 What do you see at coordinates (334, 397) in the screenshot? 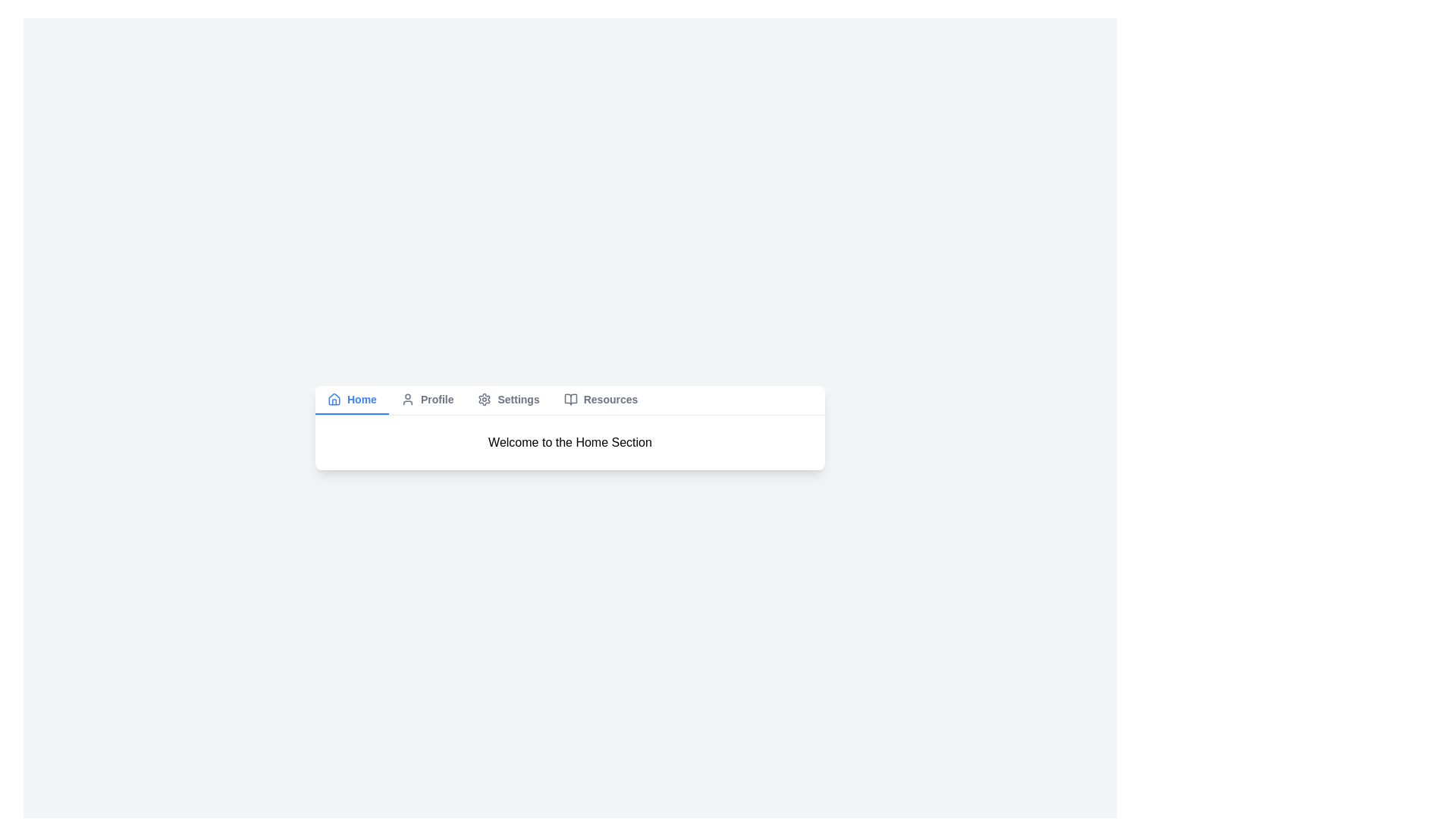
I see `the house-shaped icon located in the top left corner of the navigation bar, adjacent to the 'Home' text link` at bounding box center [334, 397].